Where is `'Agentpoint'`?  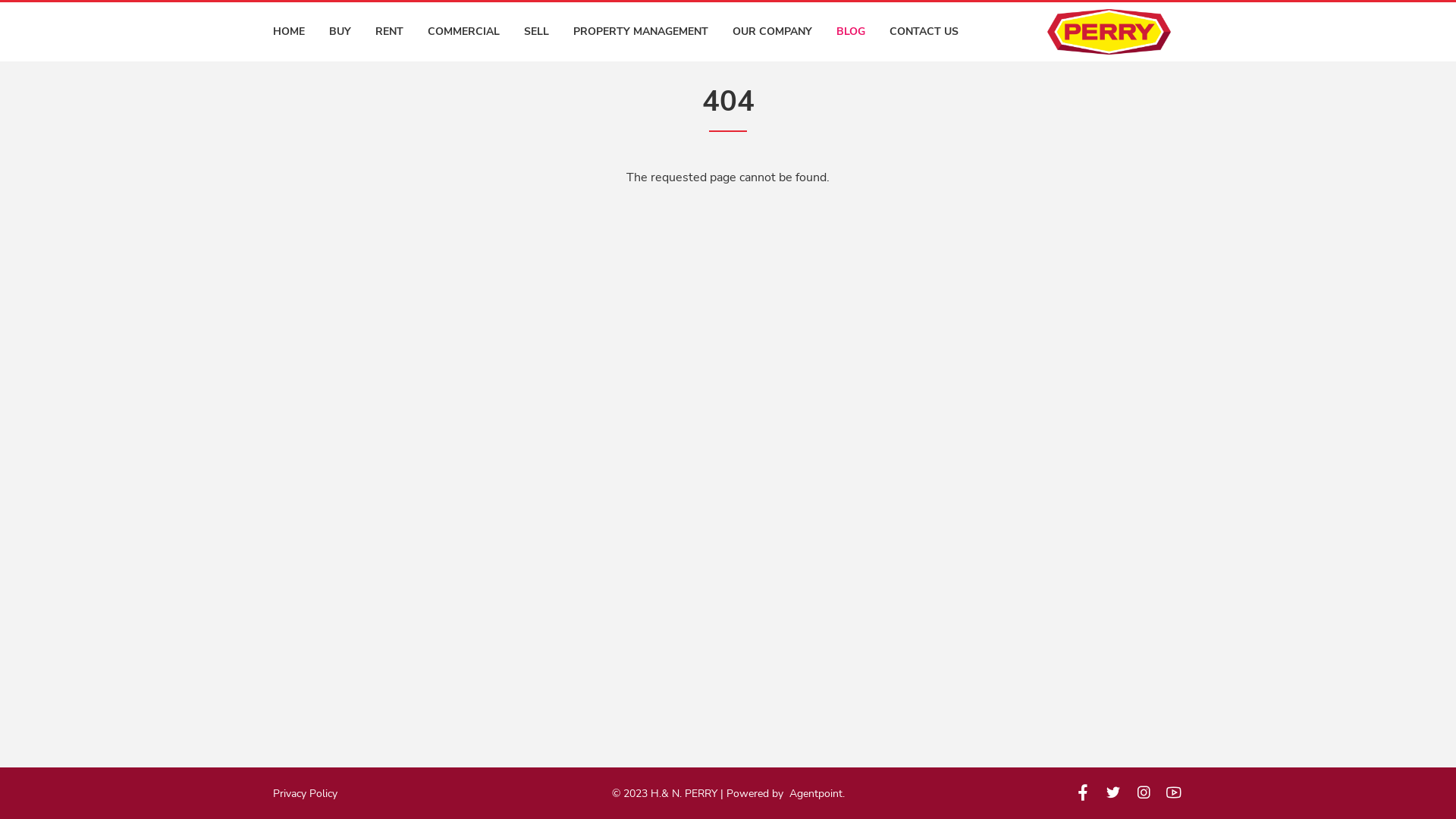
'Agentpoint' is located at coordinates (814, 792).